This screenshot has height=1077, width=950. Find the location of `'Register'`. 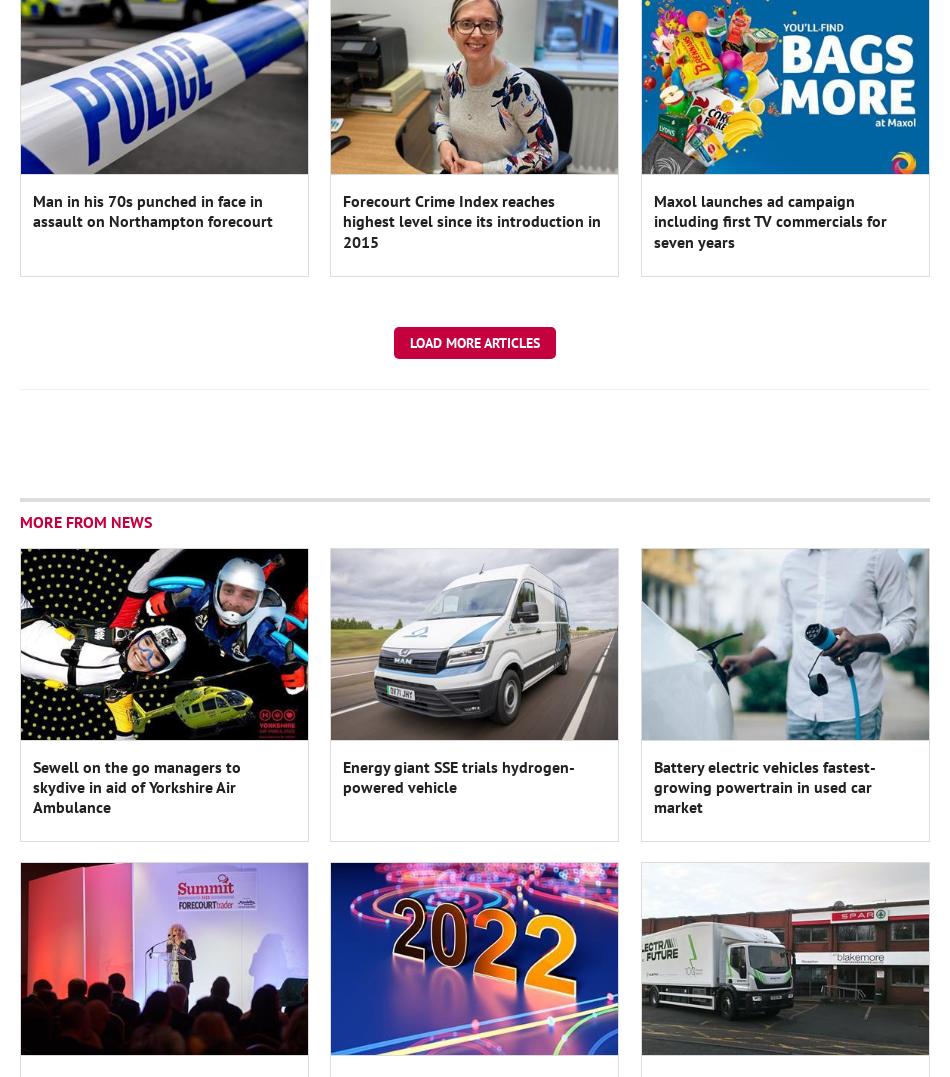

'Register' is located at coordinates (430, 16).